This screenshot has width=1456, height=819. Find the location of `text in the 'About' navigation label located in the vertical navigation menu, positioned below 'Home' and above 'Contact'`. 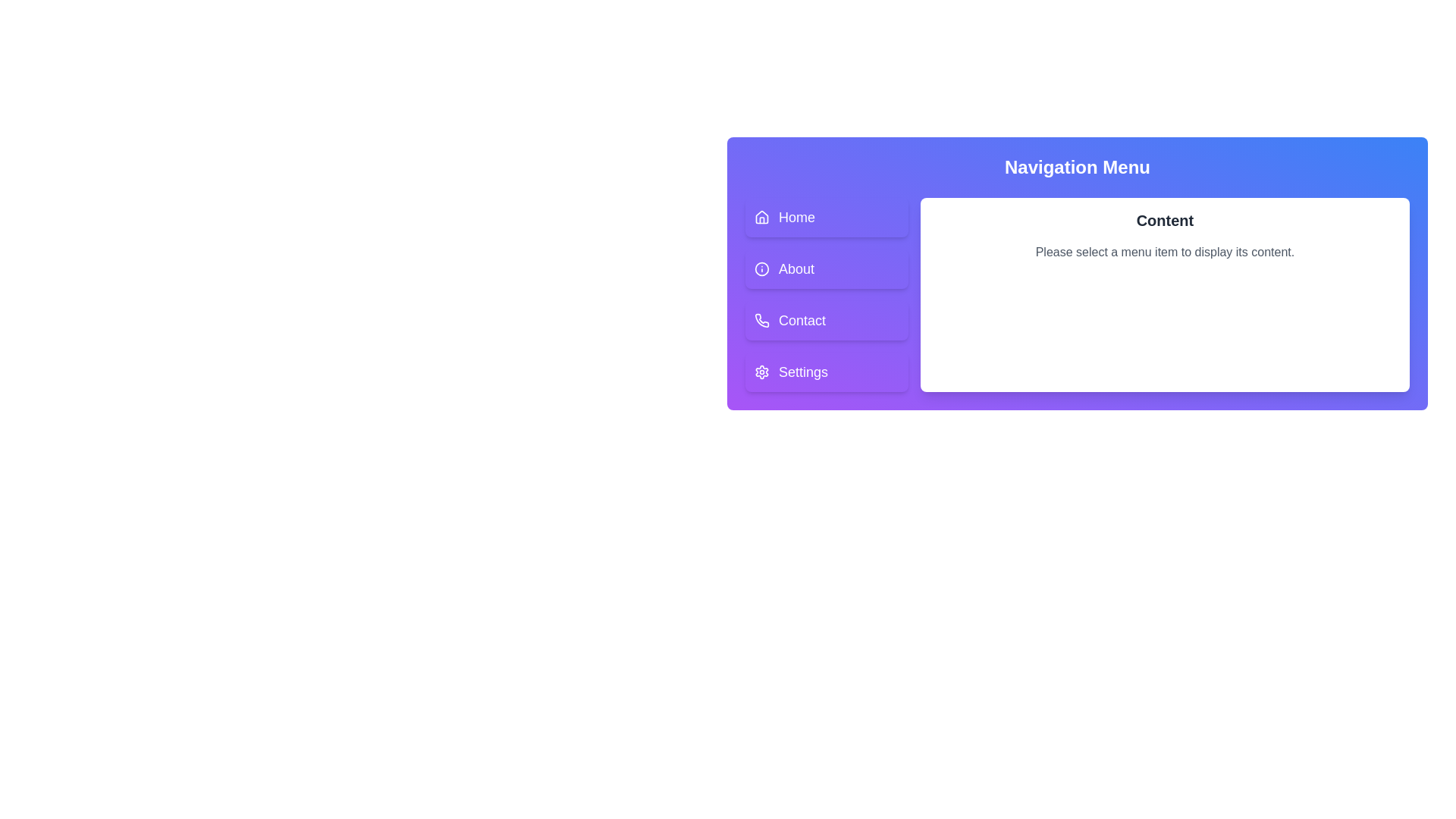

text in the 'About' navigation label located in the vertical navigation menu, positioned below 'Home' and above 'Contact' is located at coordinates (795, 268).